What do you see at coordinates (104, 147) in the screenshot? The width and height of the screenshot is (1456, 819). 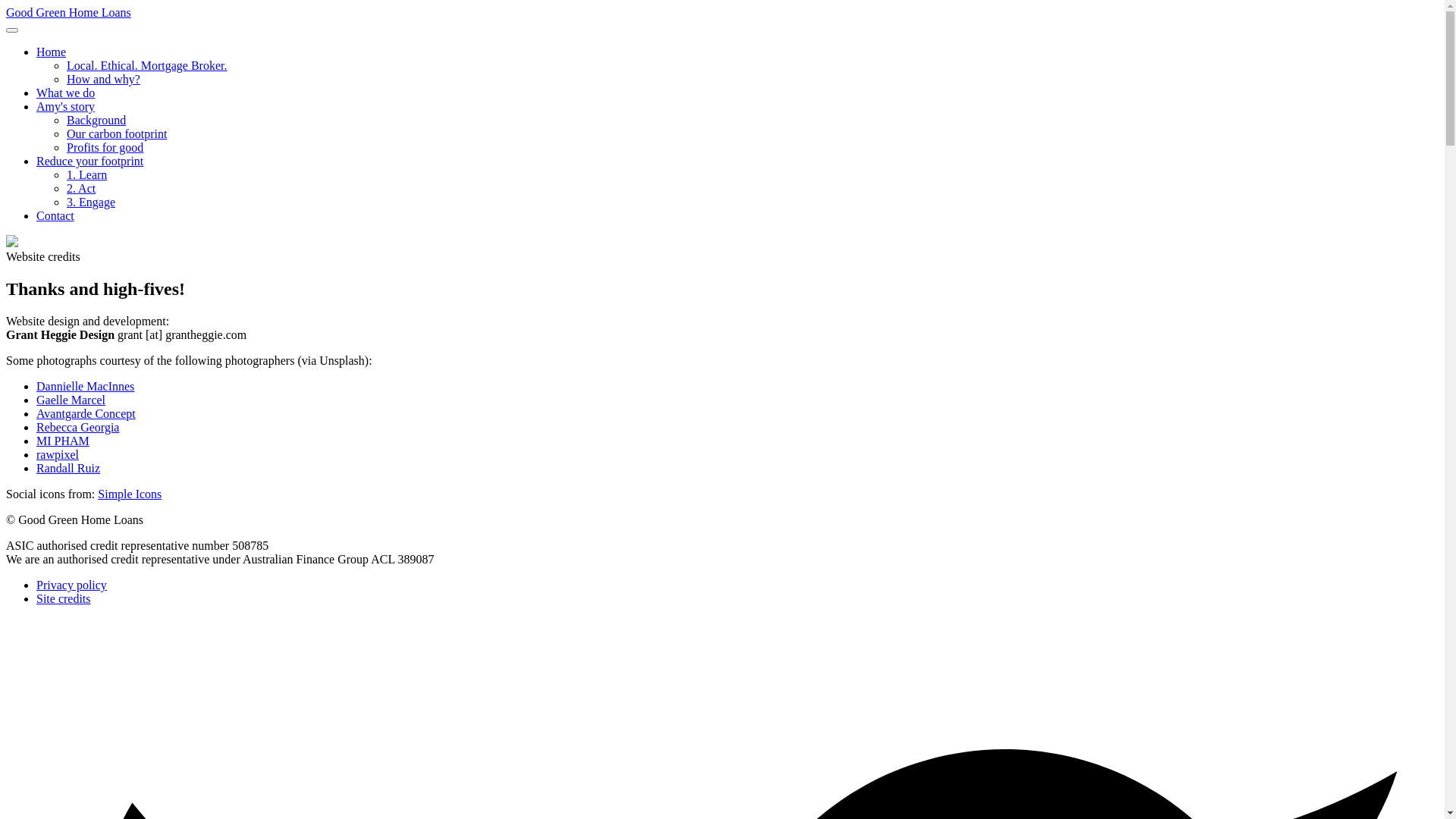 I see `'Profits for good'` at bounding box center [104, 147].